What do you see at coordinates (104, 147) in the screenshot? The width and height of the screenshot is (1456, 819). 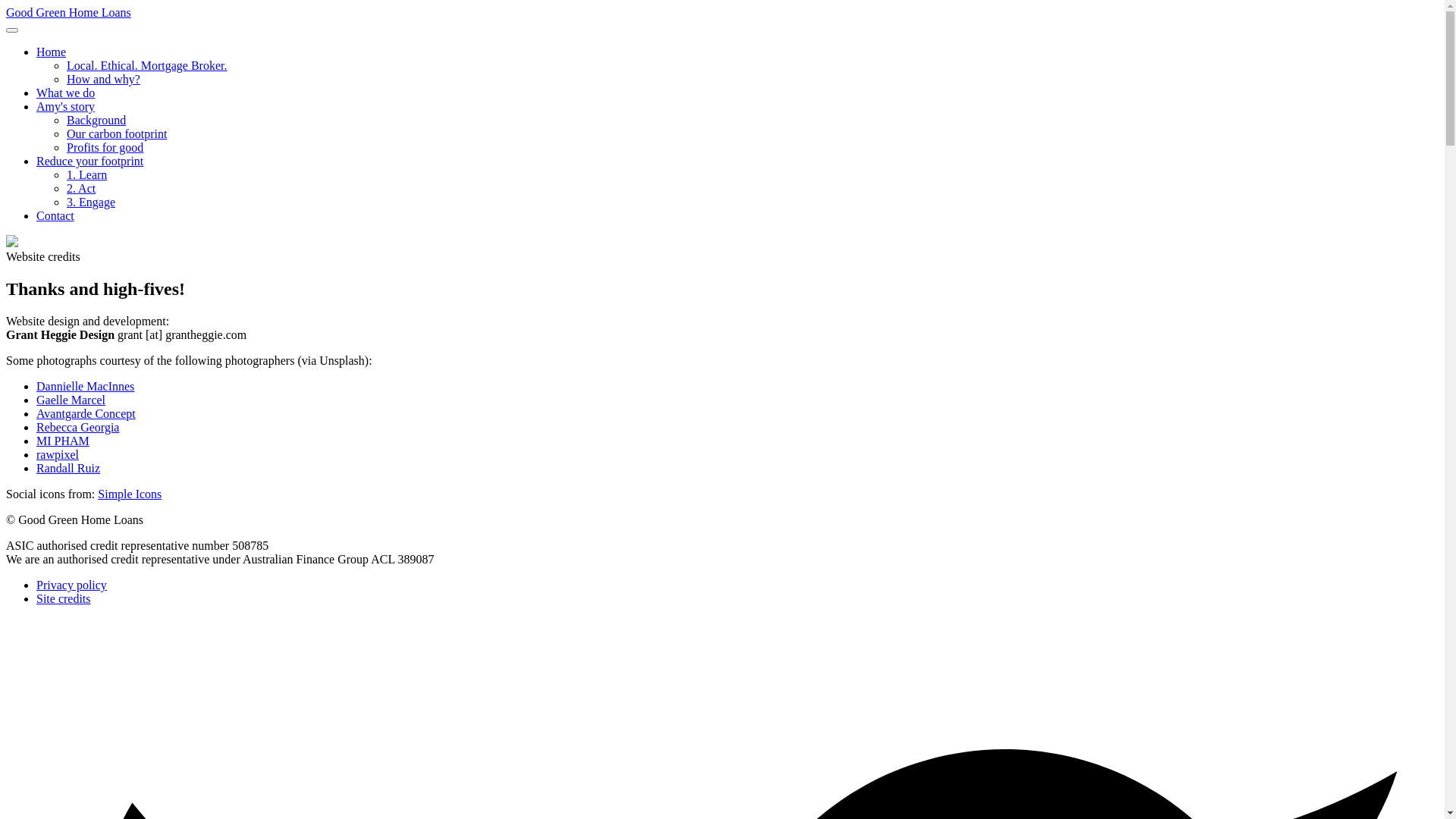 I see `'Profits for good'` at bounding box center [104, 147].